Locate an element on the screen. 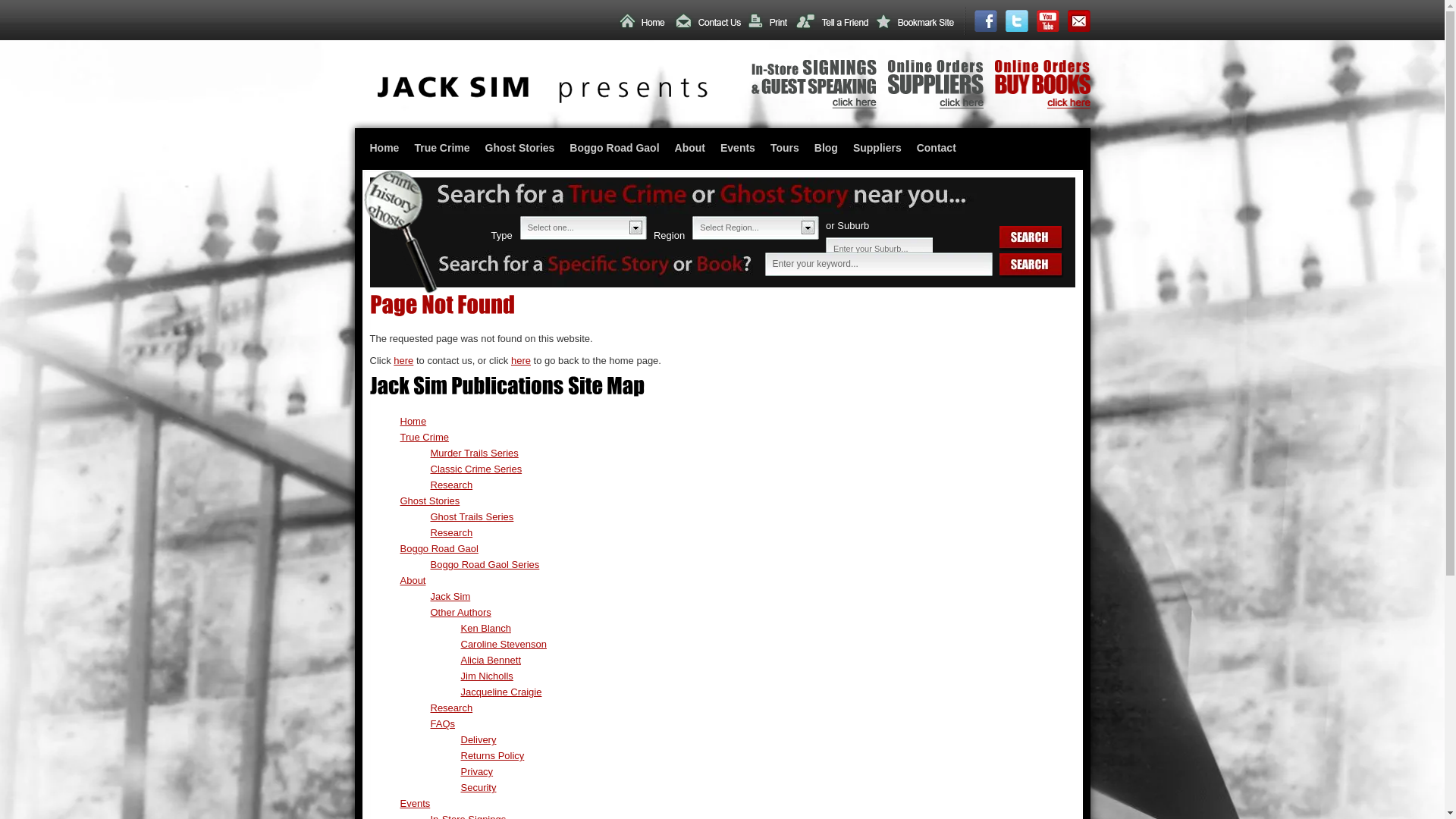 This screenshot has width=1456, height=819. 'Alicia Bennett' is located at coordinates (491, 659).